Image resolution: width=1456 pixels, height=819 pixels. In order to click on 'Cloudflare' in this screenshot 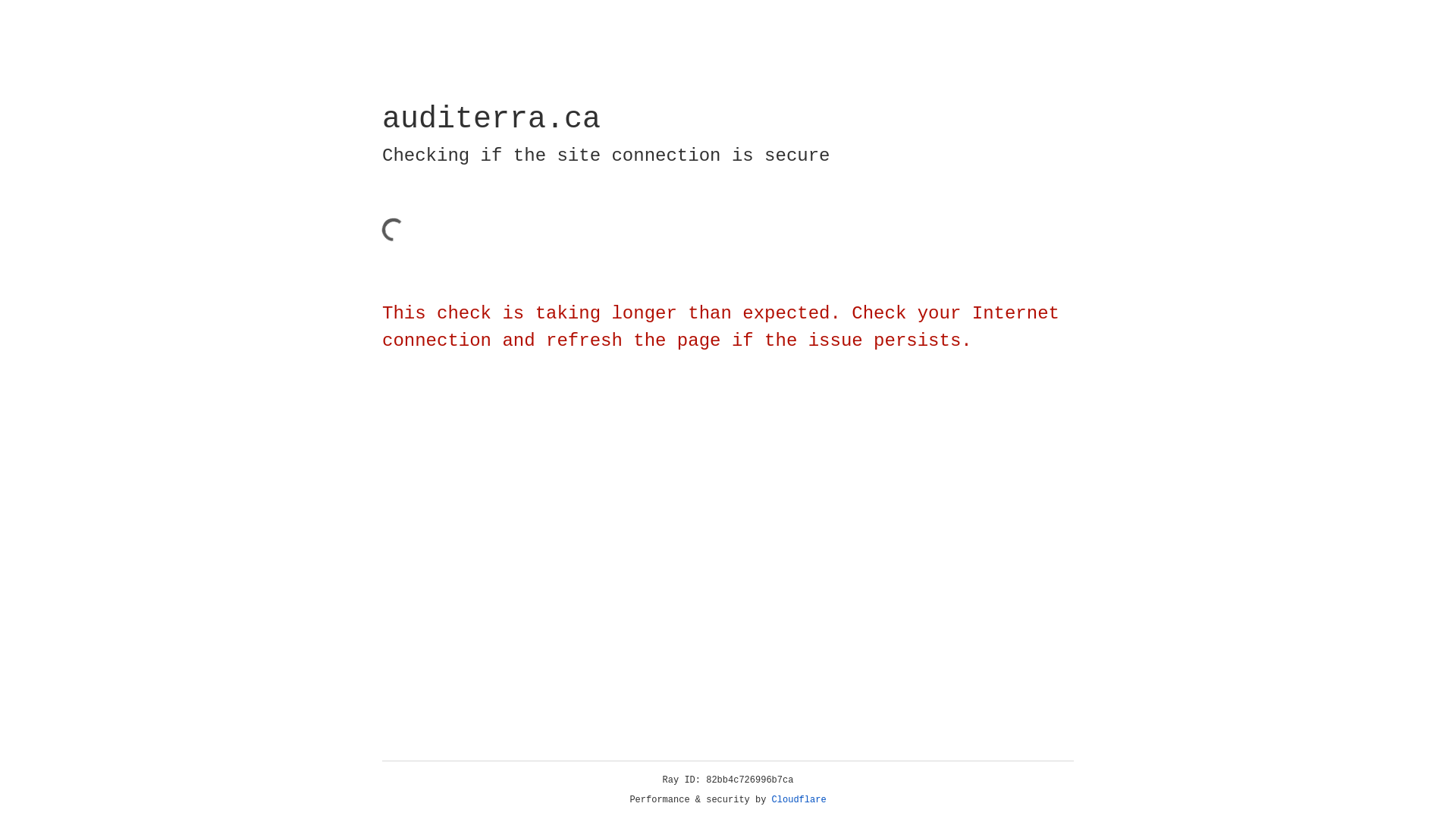, I will do `click(771, 799)`.